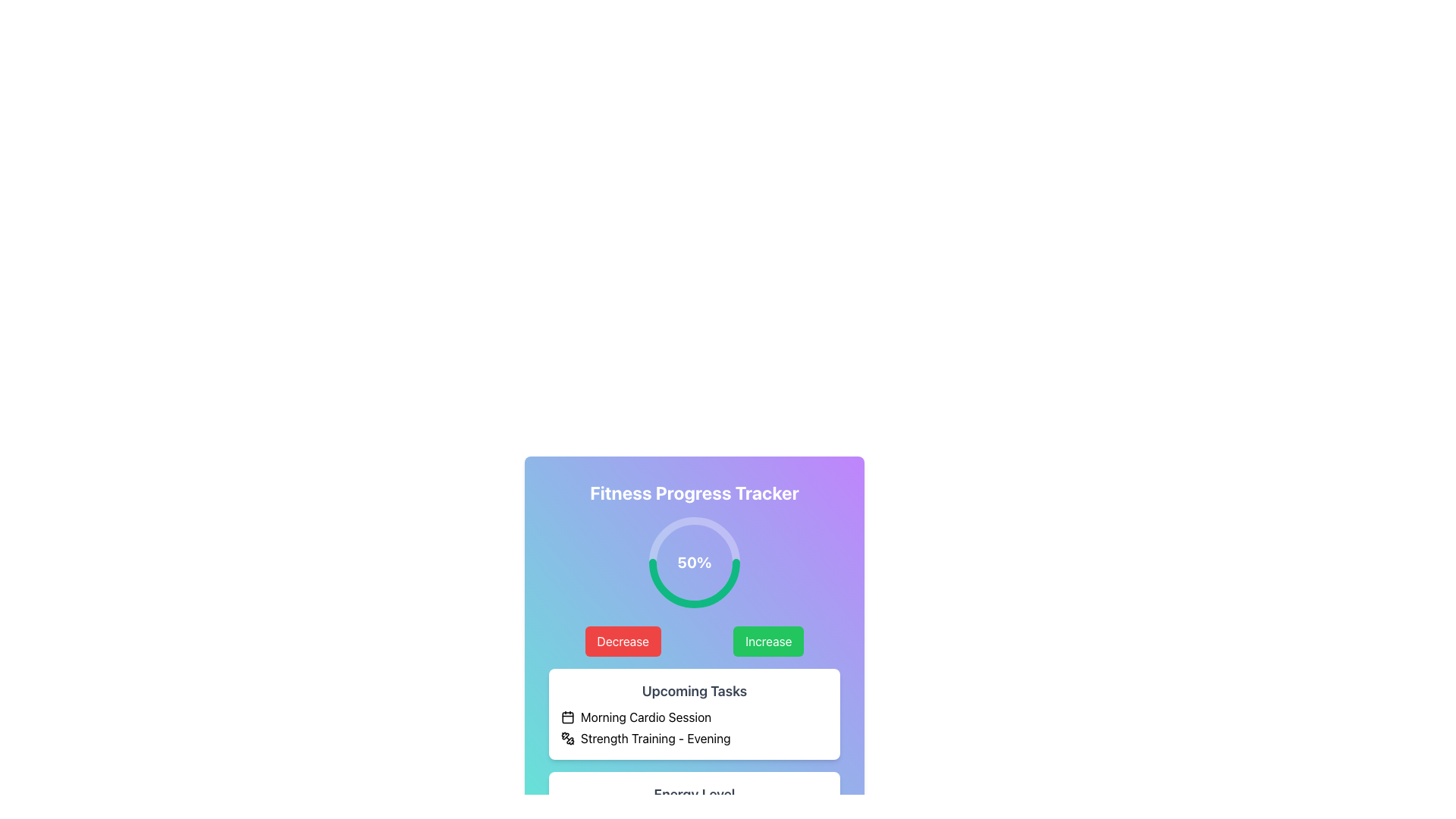 The width and height of the screenshot is (1456, 819). I want to click on the static list item labeled 'Morning Cardio Session' with a calendar icon, which is the first item under the 'Upcoming Tasks' section, so click(694, 717).